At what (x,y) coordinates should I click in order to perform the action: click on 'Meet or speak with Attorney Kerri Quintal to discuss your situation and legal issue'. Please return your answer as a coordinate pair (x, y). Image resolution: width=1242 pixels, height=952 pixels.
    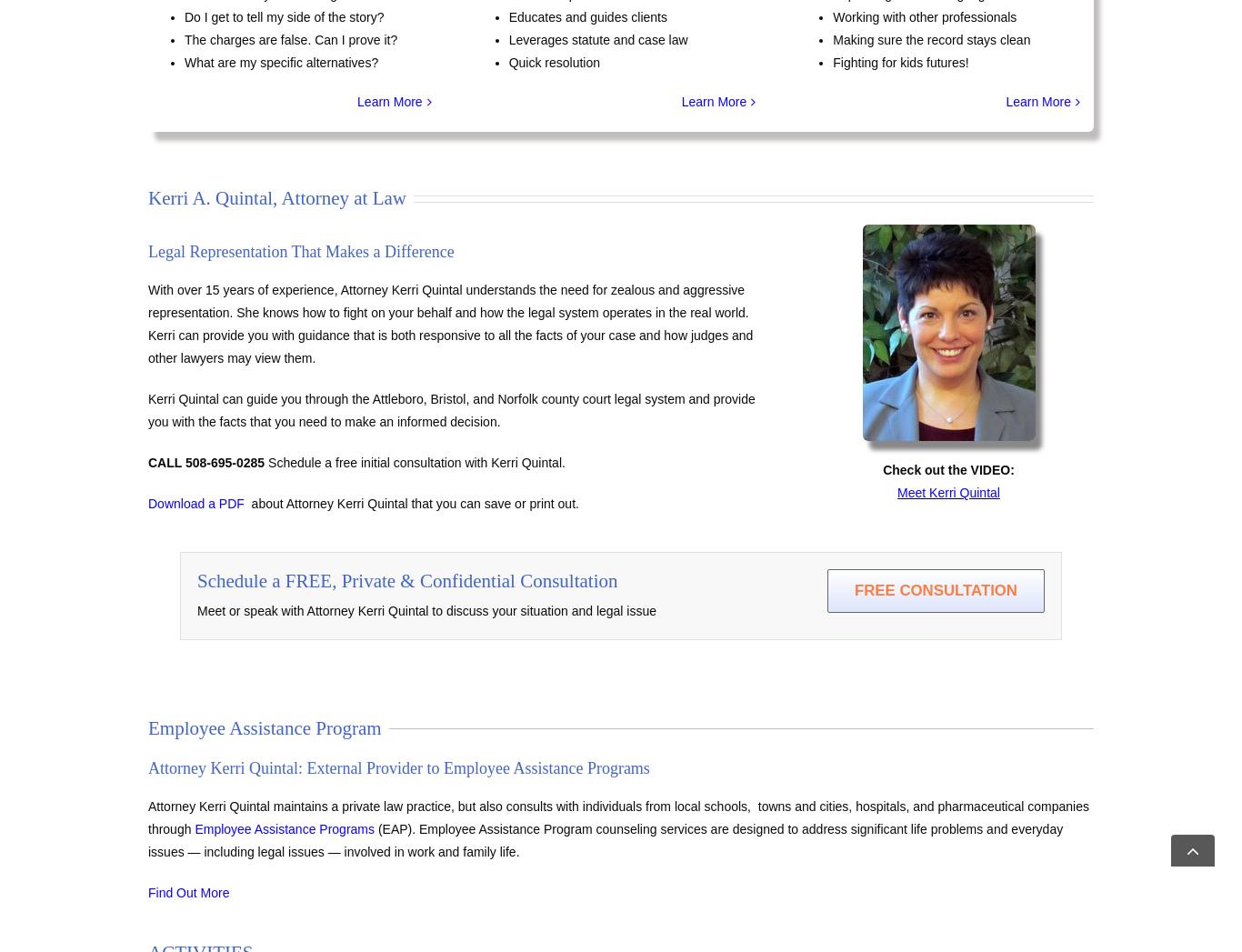
    Looking at the image, I should click on (426, 609).